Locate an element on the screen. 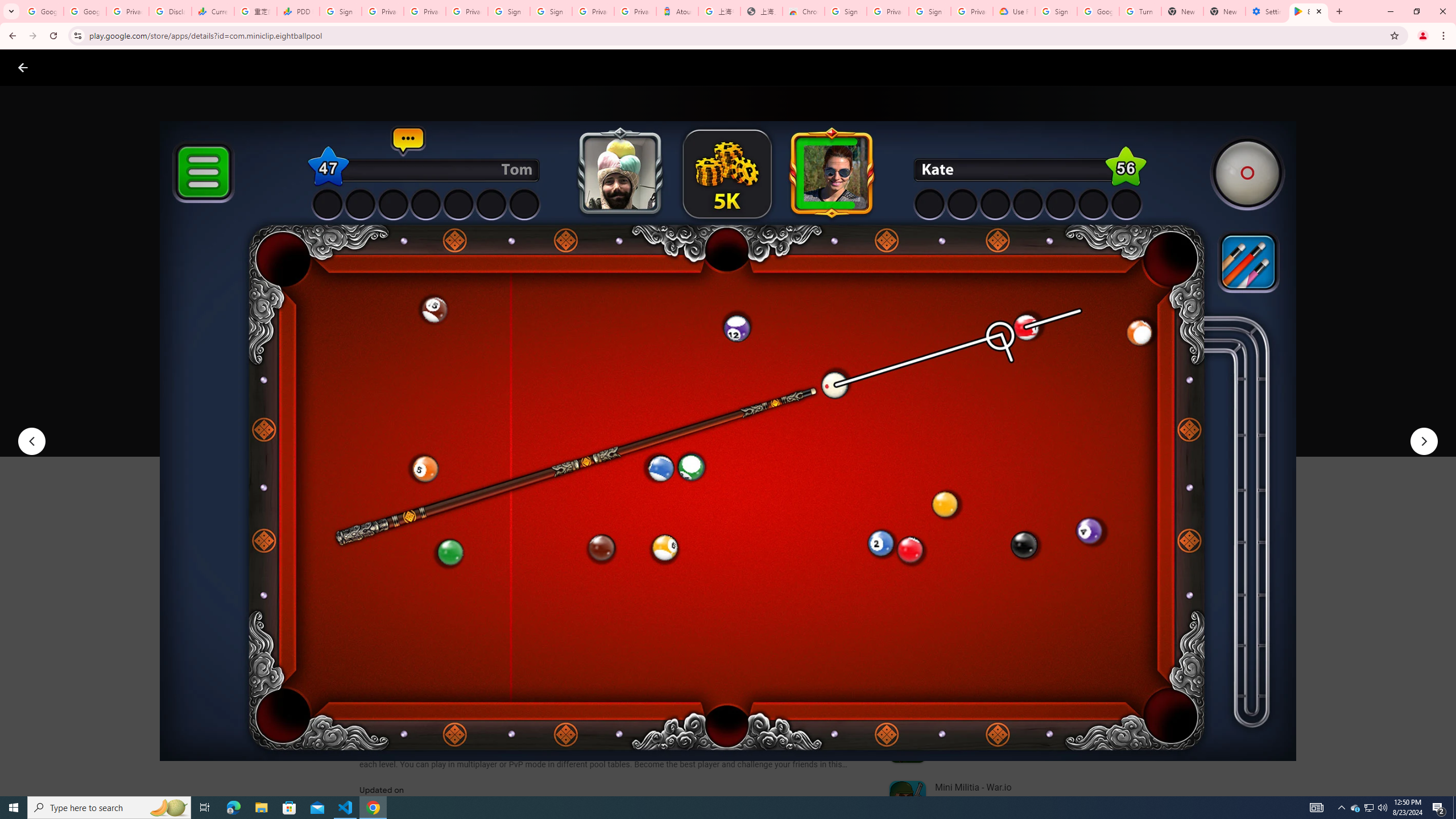  'Privacy Checkup' is located at coordinates (424, 11).